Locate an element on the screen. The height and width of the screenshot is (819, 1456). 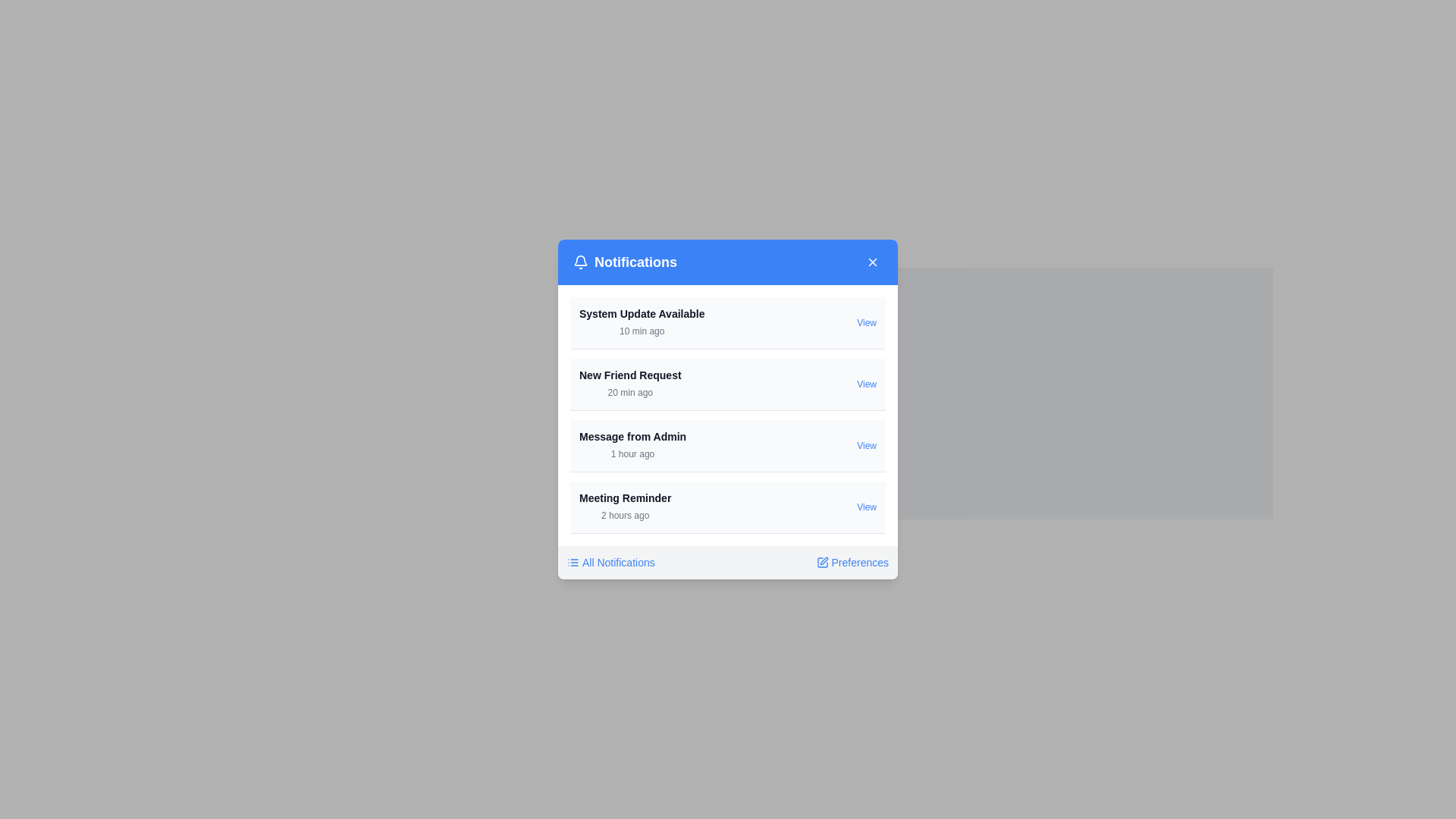
the label that informs the user about the time elapsed since the referenced notification activity, located at the bottom left of the 'Message from Admin' notification entry is located at coordinates (632, 453).